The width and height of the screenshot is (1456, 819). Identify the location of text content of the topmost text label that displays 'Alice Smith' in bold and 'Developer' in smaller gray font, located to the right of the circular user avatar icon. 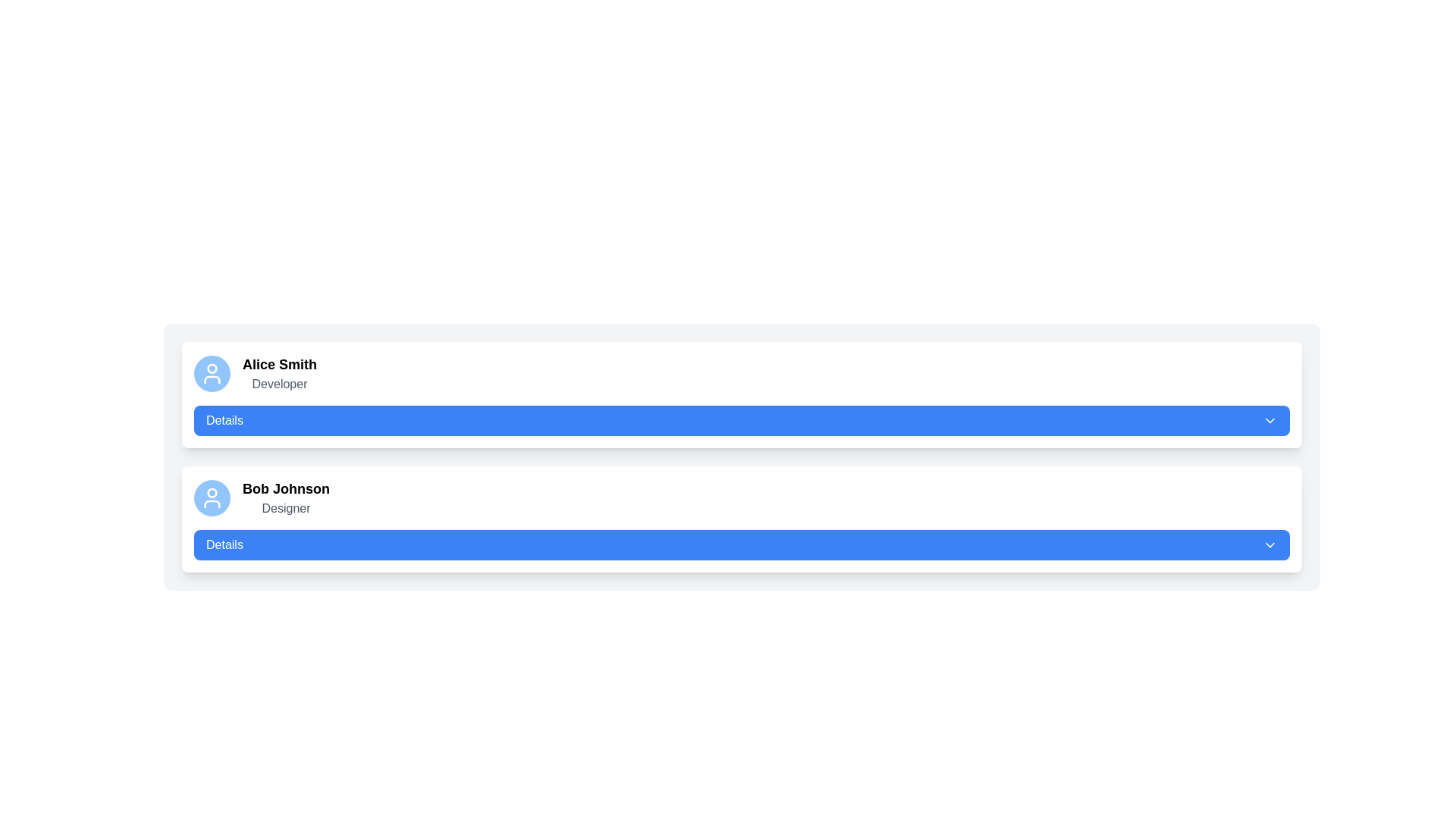
(280, 374).